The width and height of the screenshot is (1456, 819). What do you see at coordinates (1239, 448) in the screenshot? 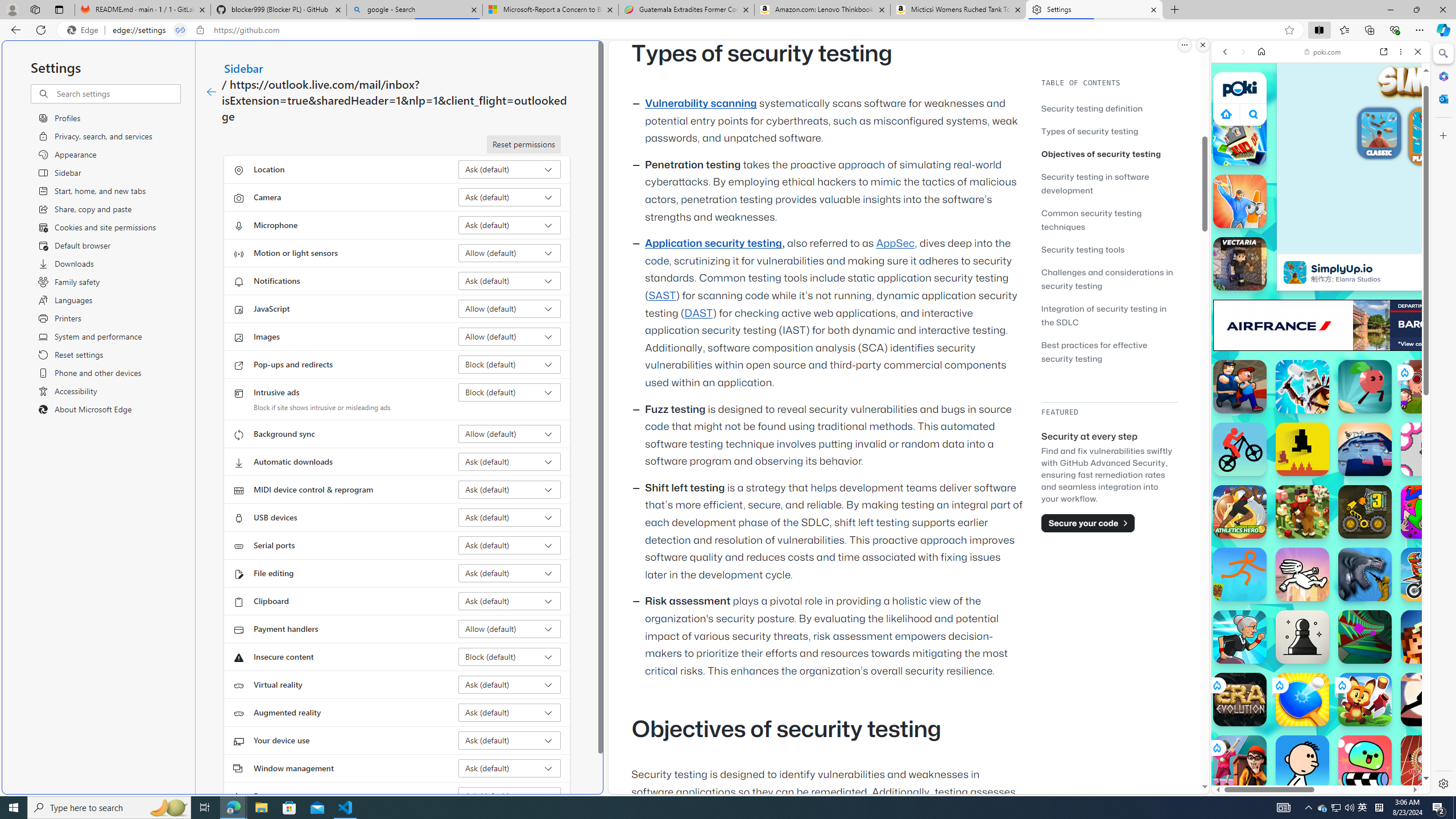
I see `'Stickman Bike Stickman Bike'` at bounding box center [1239, 448].